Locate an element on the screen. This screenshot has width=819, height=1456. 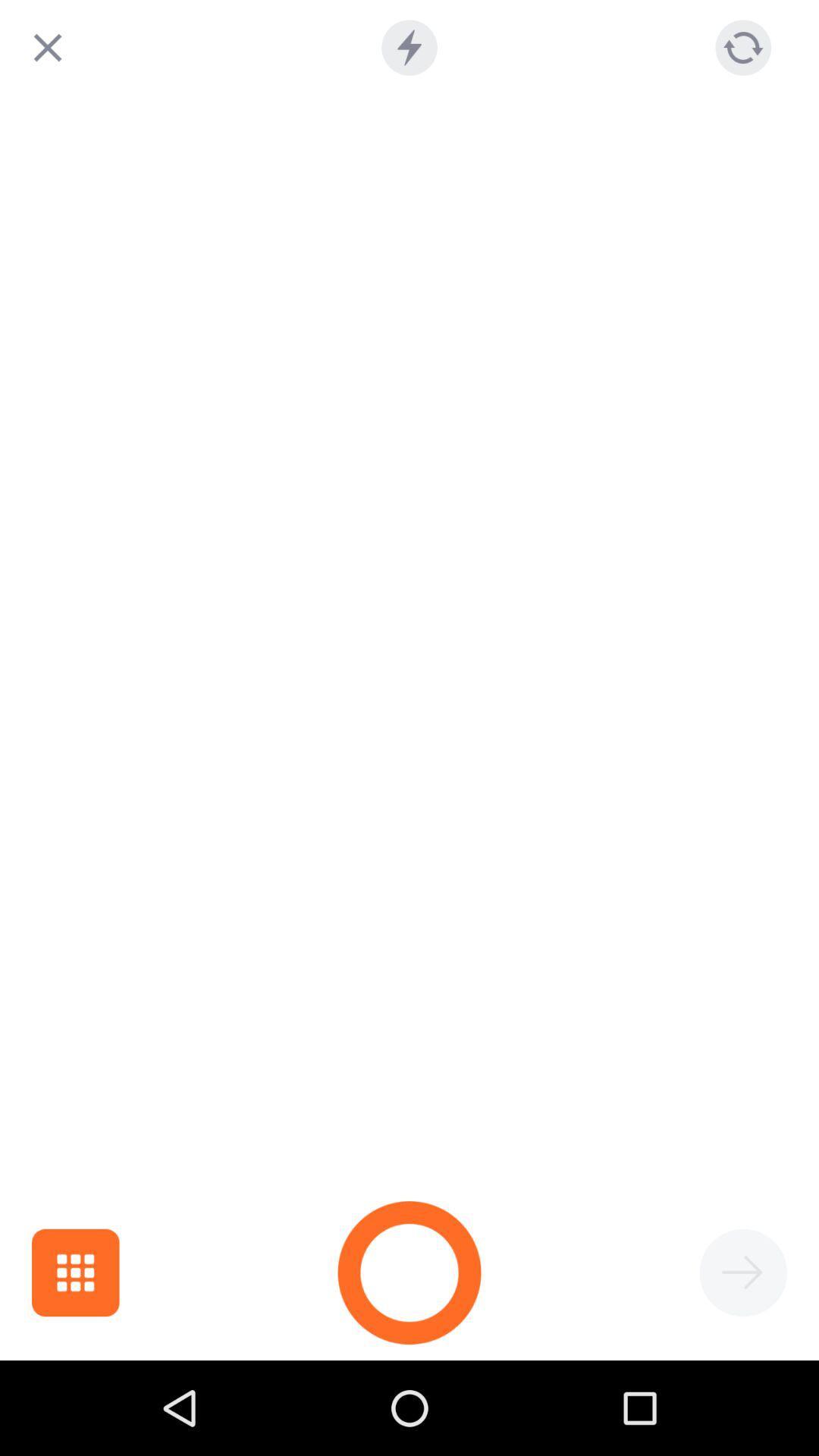
the arrow_forward icon is located at coordinates (742, 1272).